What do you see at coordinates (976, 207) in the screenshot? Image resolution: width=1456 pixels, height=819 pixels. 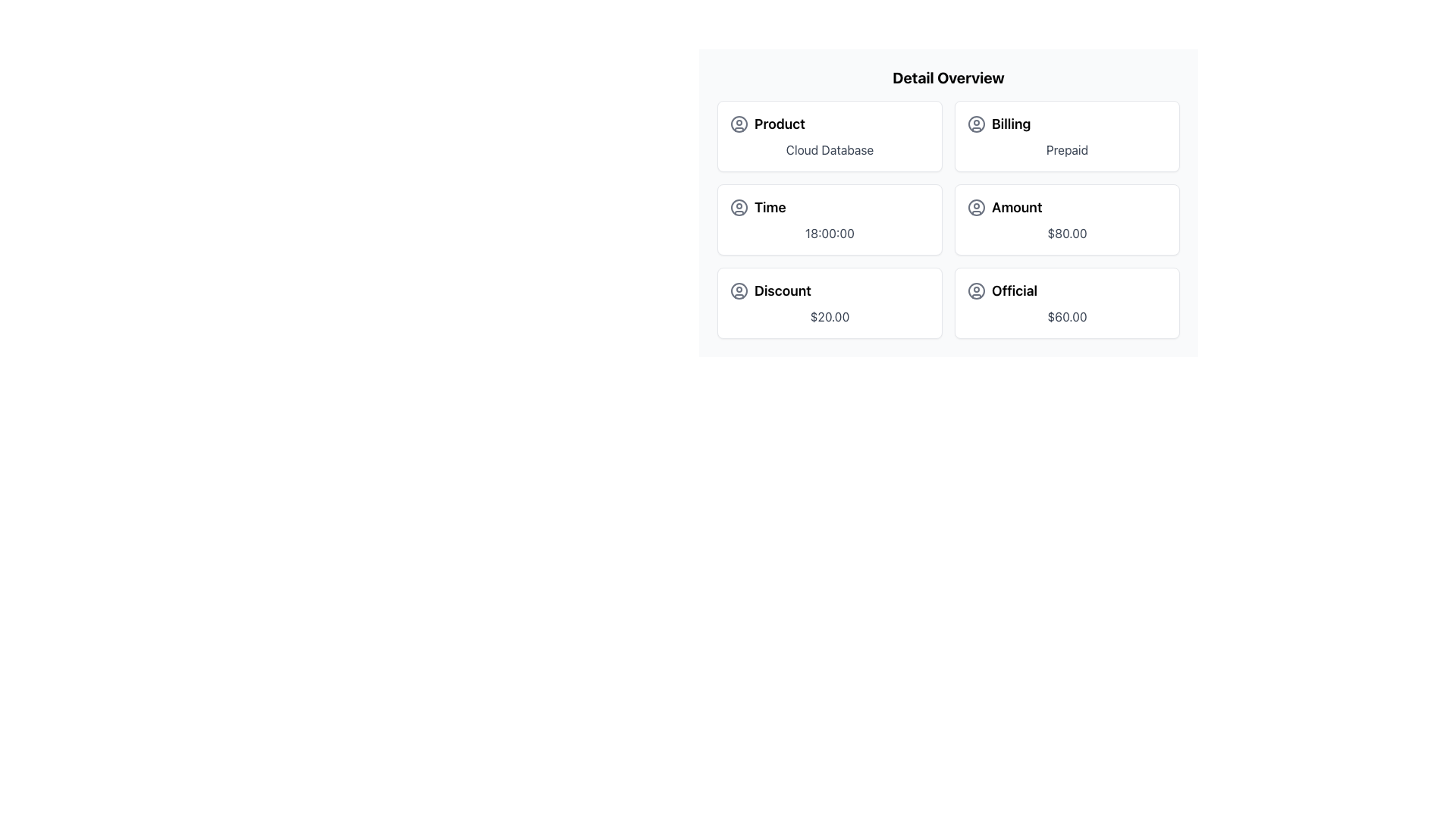 I see `the circular user profile icon, which is styled with a dark gray color and located in the third column of the second row of a 3x2 grid layout, positioned to the left of the 'Amount' text label` at bounding box center [976, 207].